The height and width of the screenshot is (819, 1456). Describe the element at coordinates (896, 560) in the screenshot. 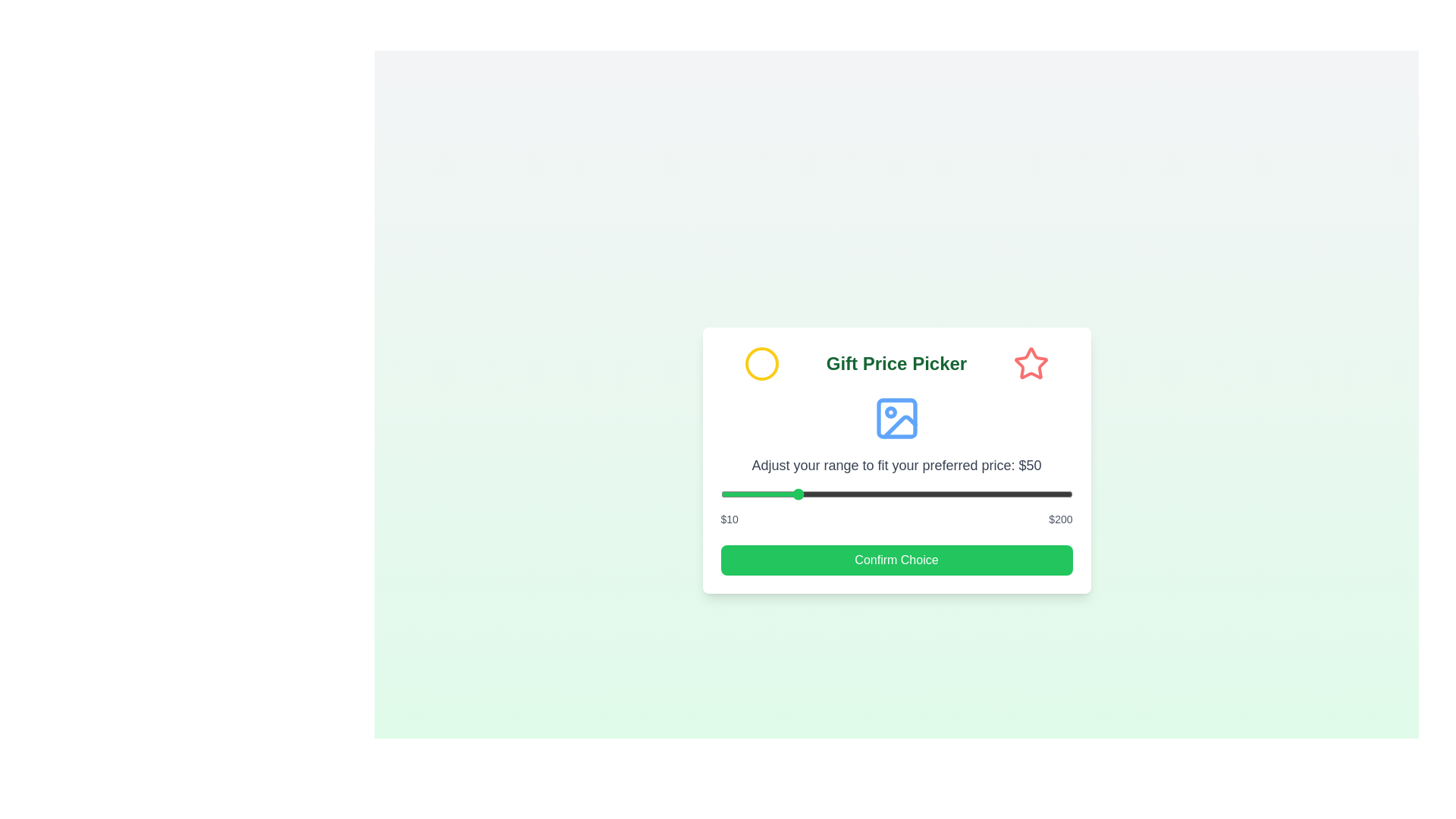

I see `the 'Confirm Choice' button` at that location.